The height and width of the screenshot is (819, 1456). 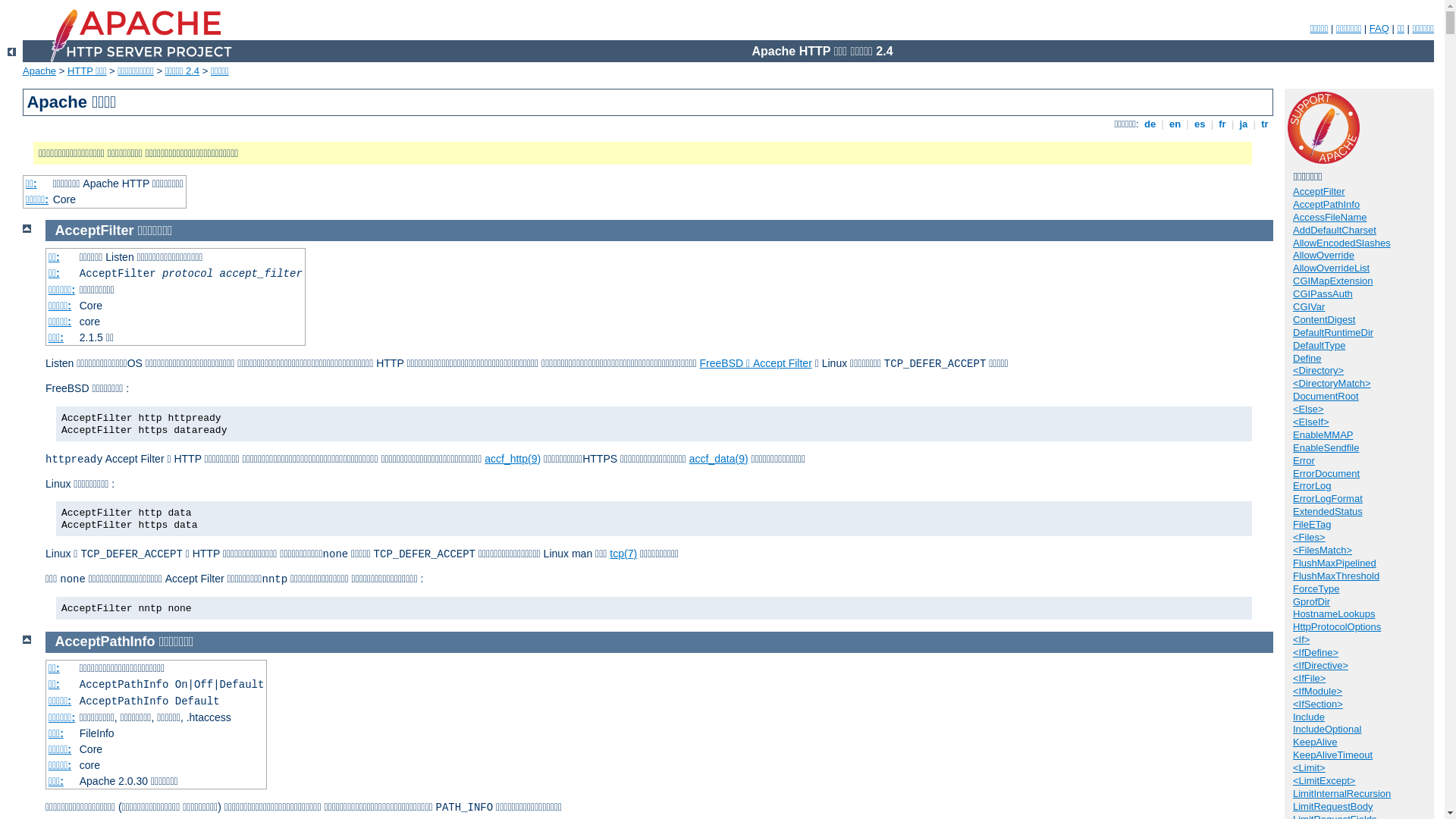 What do you see at coordinates (1332, 613) in the screenshot?
I see `'HostnameLookups'` at bounding box center [1332, 613].